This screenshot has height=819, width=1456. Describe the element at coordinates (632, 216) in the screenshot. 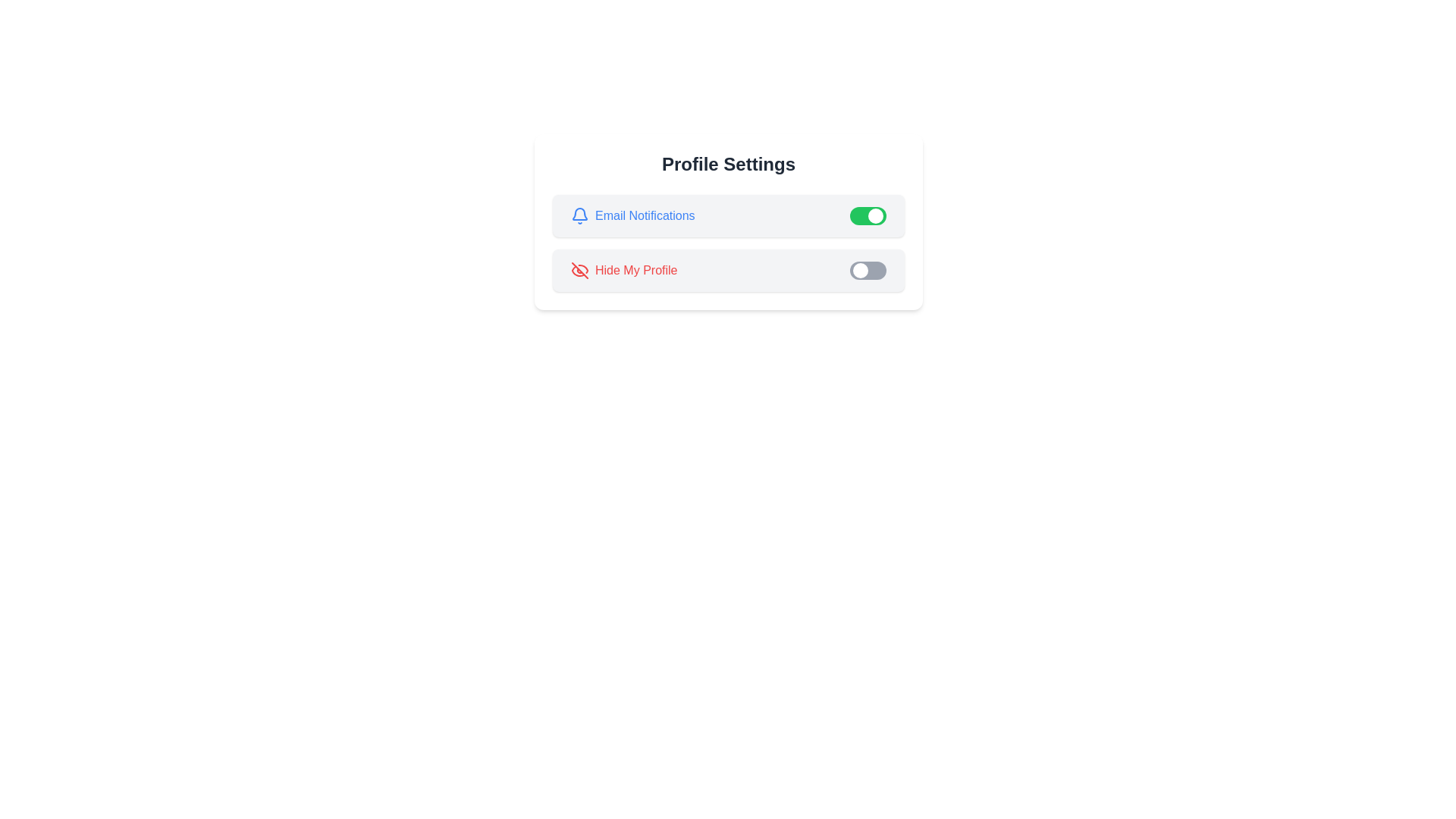

I see `label 'Email Notifications' which is a blue text accompanied by a bell icon, located on the left side of the settings panel` at that location.